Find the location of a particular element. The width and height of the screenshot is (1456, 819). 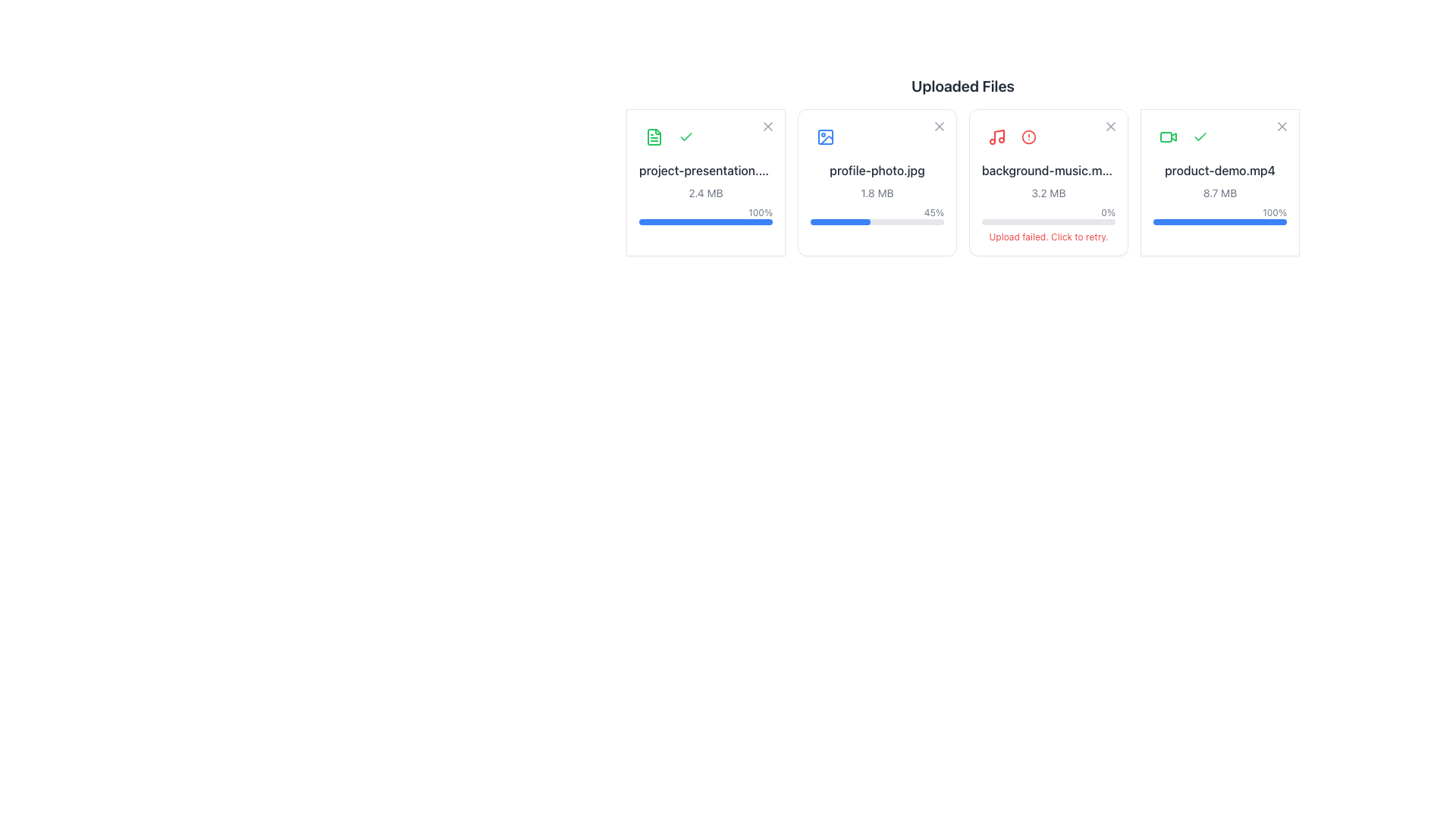

the horizontal progress bar with a blue-filled section representing the progress for the second file in the 'Uploaded Files' section, located at the bottom of the 'profile-photo.jpg' file upload card is located at coordinates (877, 222).